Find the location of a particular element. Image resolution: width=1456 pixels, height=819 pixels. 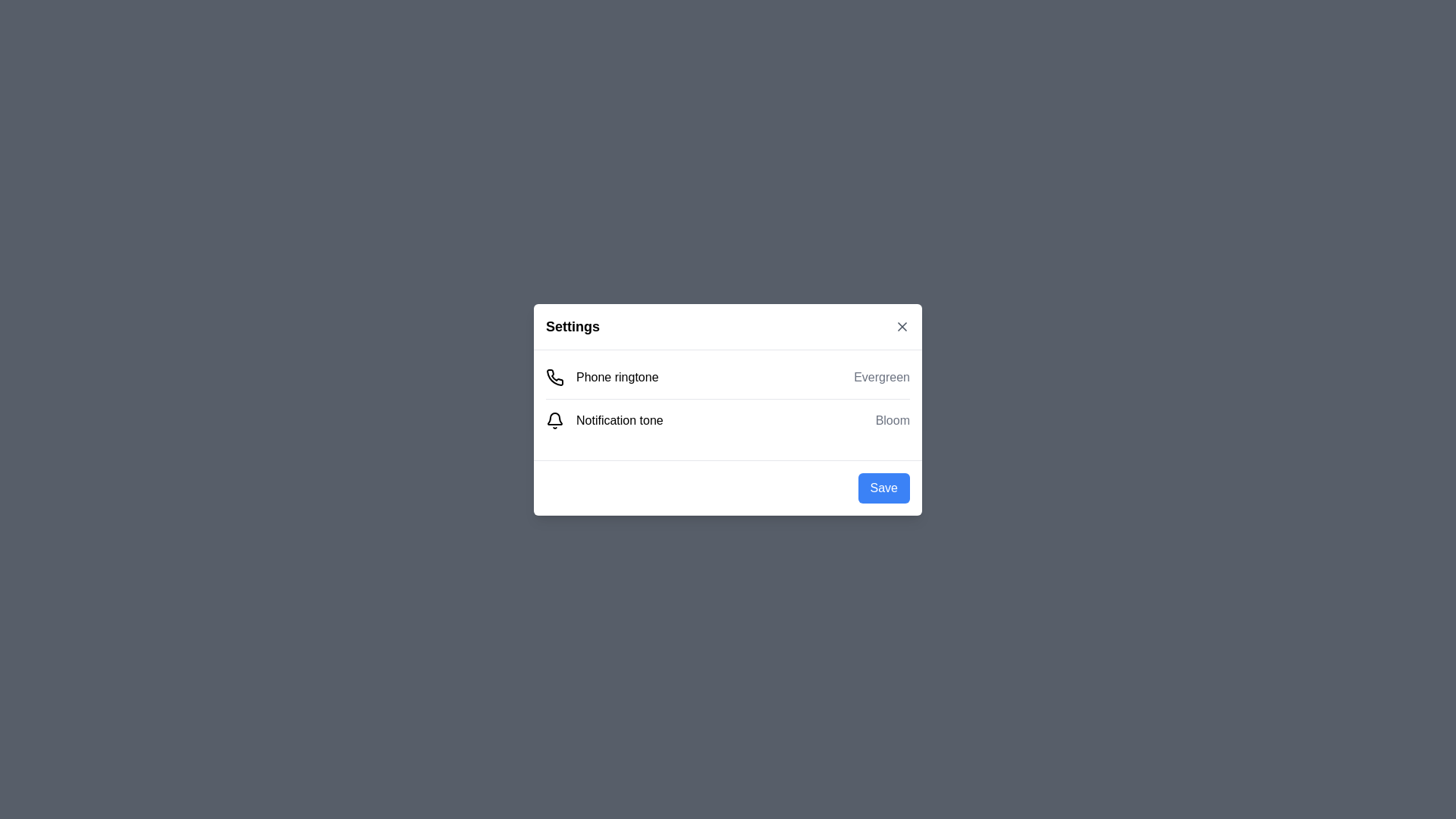

the Setting selection row labeled 'Phone ringtone' is located at coordinates (728, 376).